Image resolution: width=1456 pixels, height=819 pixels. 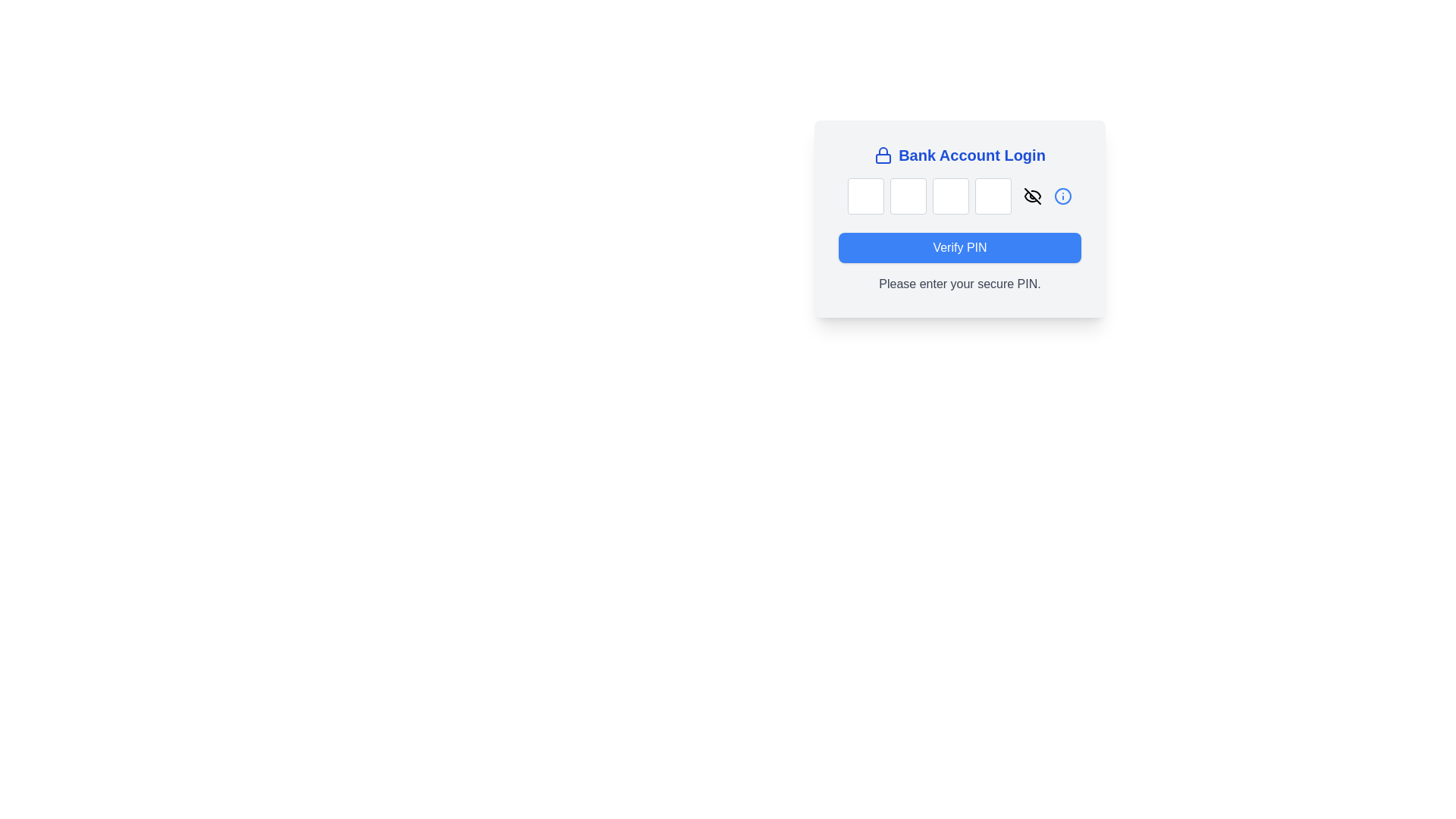 I want to click on the Lock body icon element, which is a rectangular shape with rounded corners representing the lower part of a lock, located above the 'Bank Account Login' title, so click(x=883, y=158).